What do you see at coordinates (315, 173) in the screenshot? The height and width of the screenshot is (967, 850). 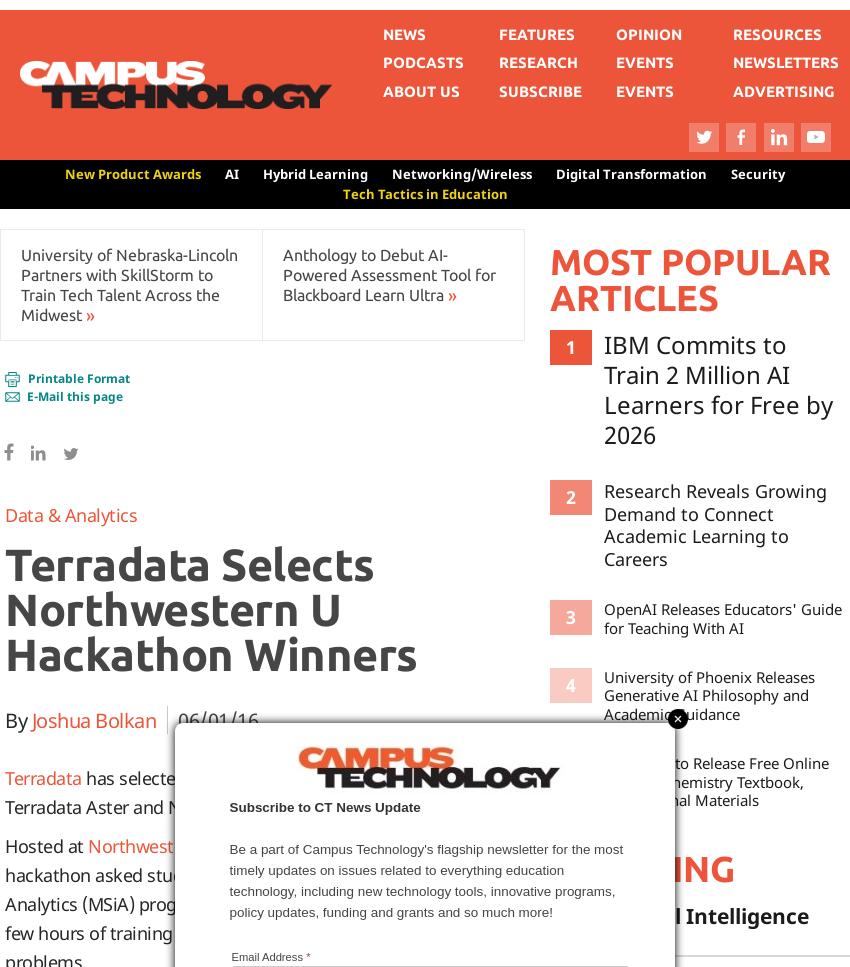 I see `'Hybrid Learning'` at bounding box center [315, 173].